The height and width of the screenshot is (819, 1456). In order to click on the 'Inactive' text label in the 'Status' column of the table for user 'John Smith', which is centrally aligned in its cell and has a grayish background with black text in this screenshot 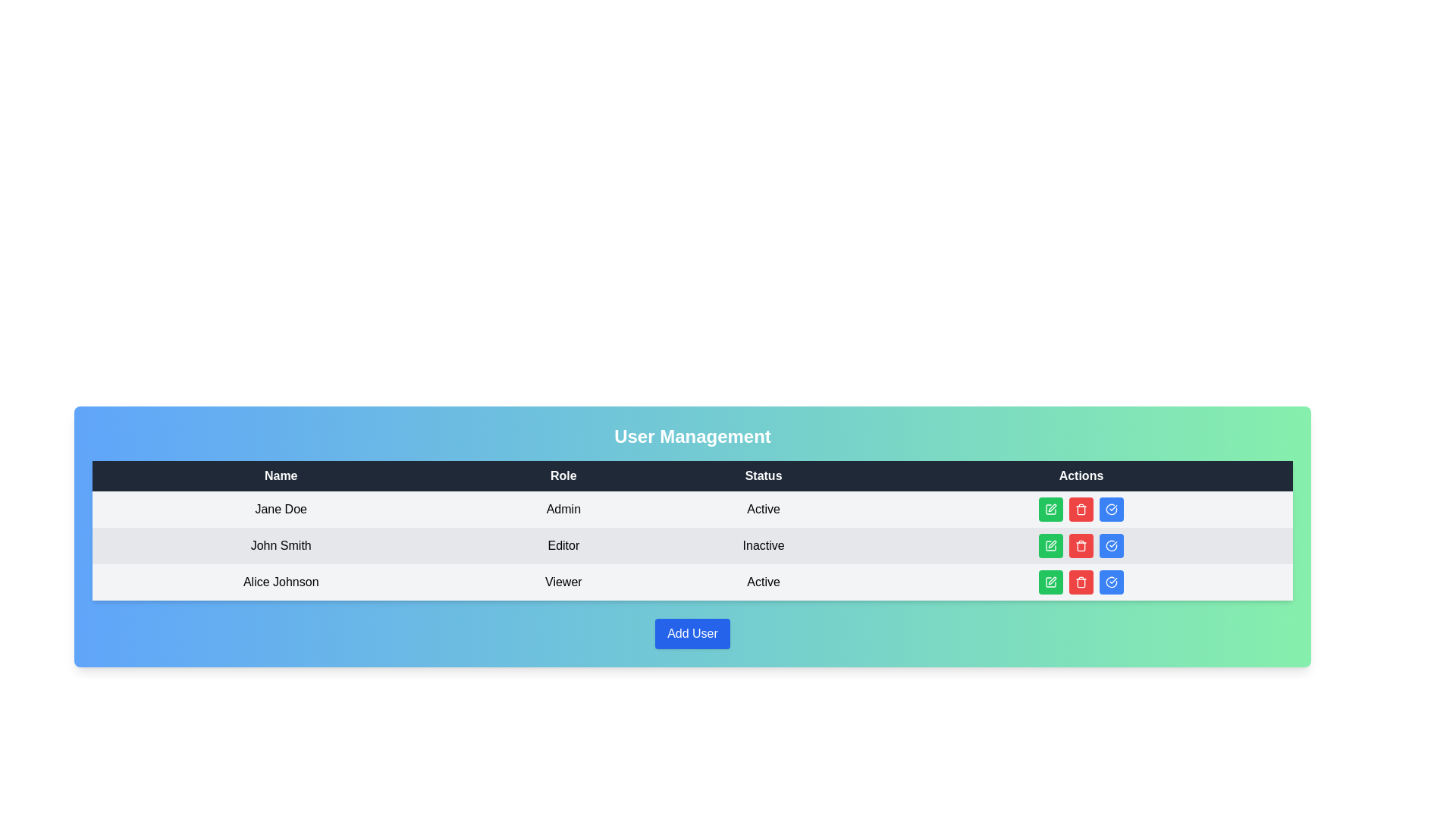, I will do `click(764, 546)`.